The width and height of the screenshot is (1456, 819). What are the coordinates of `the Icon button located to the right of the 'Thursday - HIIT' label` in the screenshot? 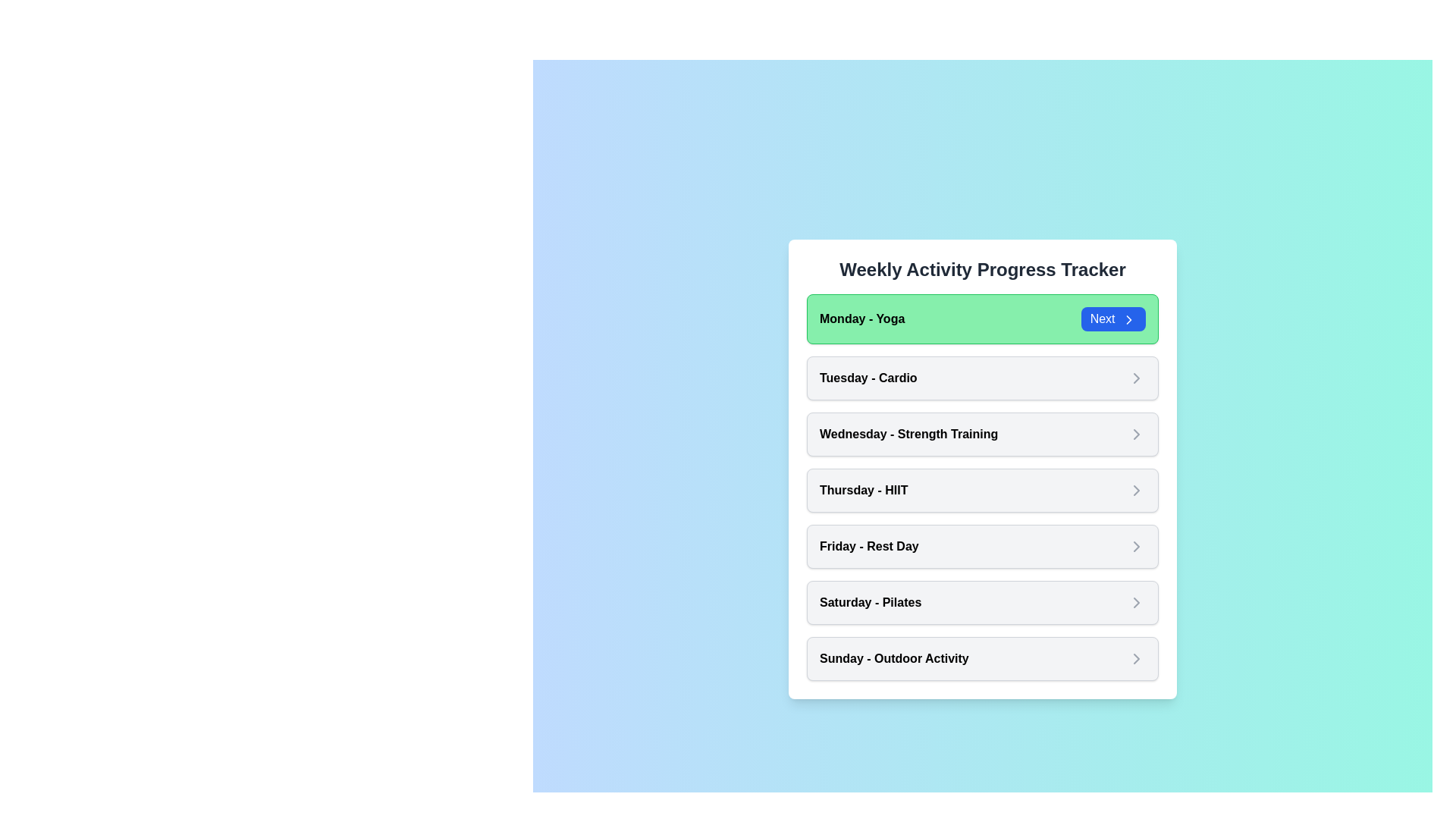 It's located at (1136, 491).